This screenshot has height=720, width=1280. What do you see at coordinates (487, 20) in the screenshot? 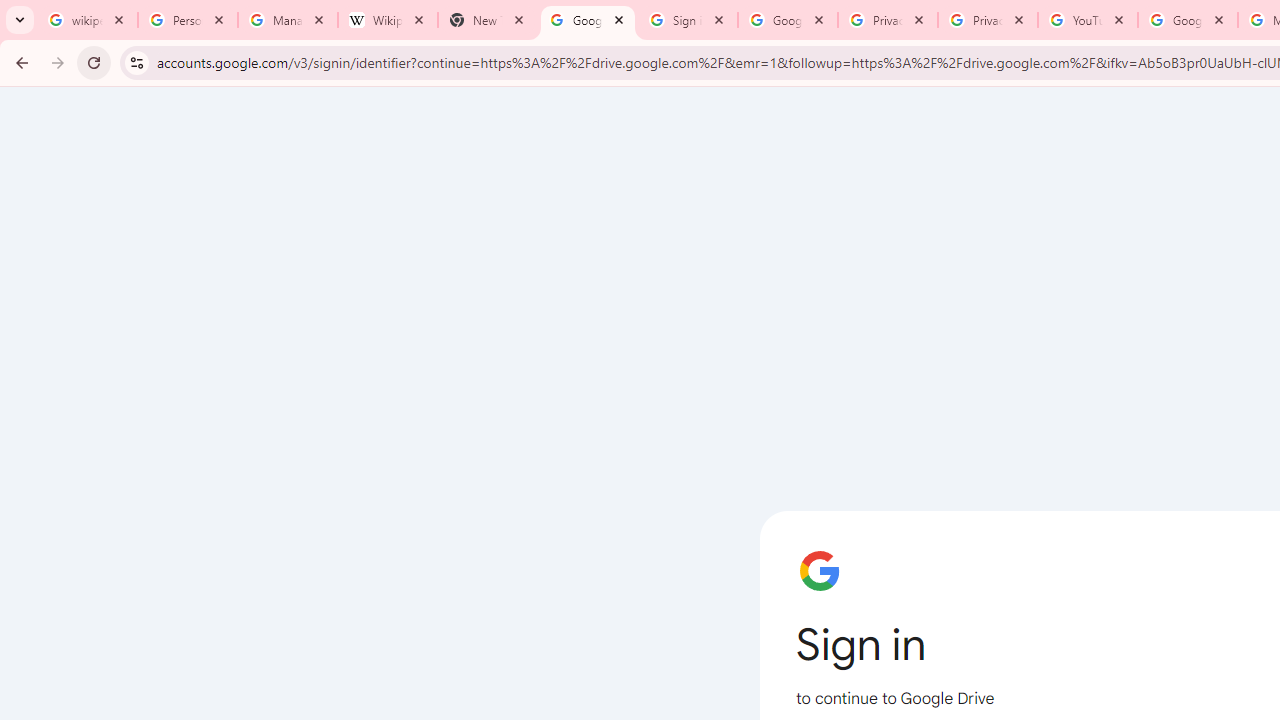
I see `'New Tab'` at bounding box center [487, 20].